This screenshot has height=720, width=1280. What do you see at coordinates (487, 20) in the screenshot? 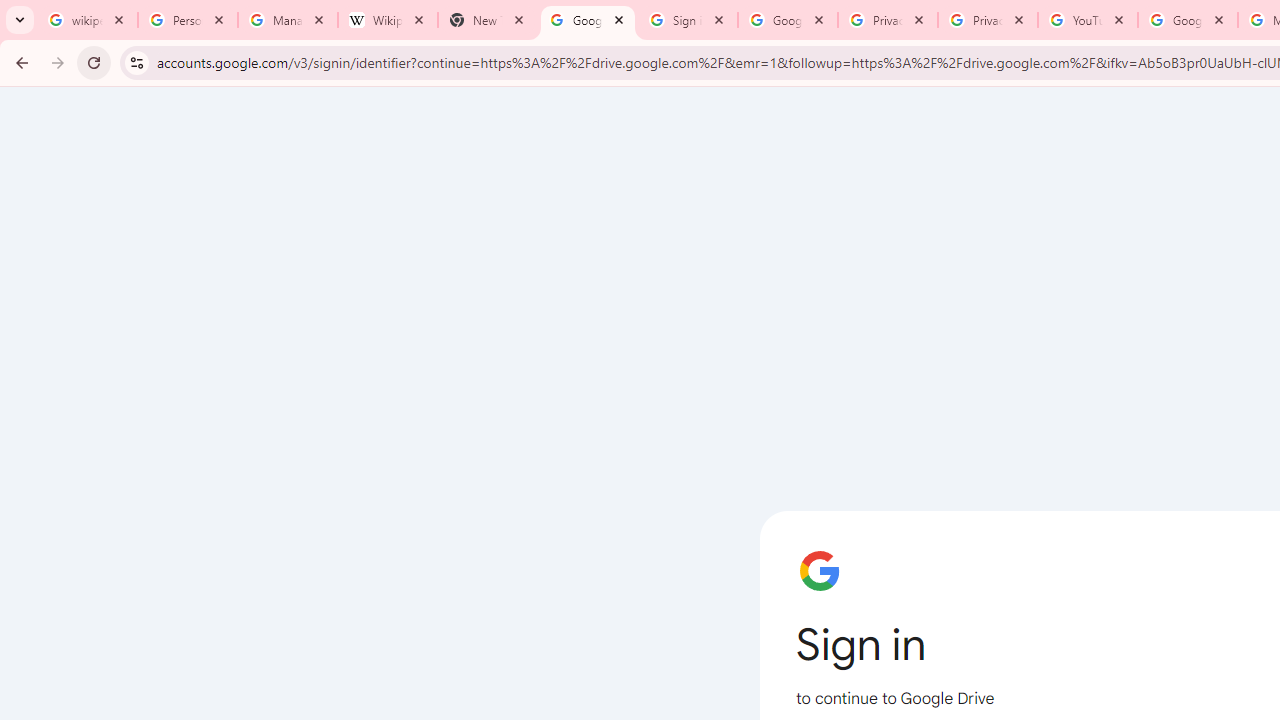
I see `'New Tab'` at bounding box center [487, 20].